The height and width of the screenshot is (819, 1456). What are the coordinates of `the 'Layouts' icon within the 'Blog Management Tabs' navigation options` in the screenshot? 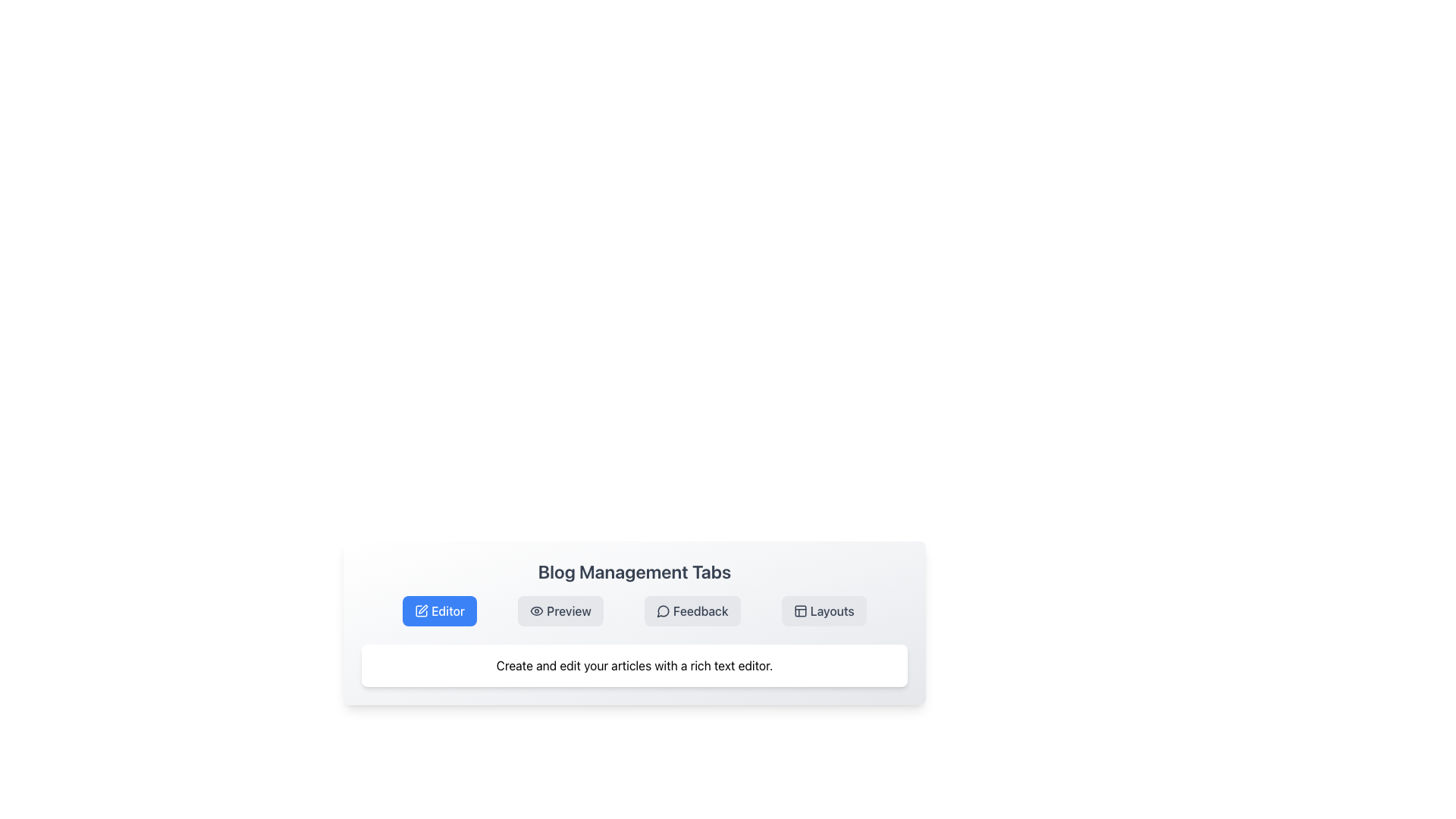 It's located at (799, 610).